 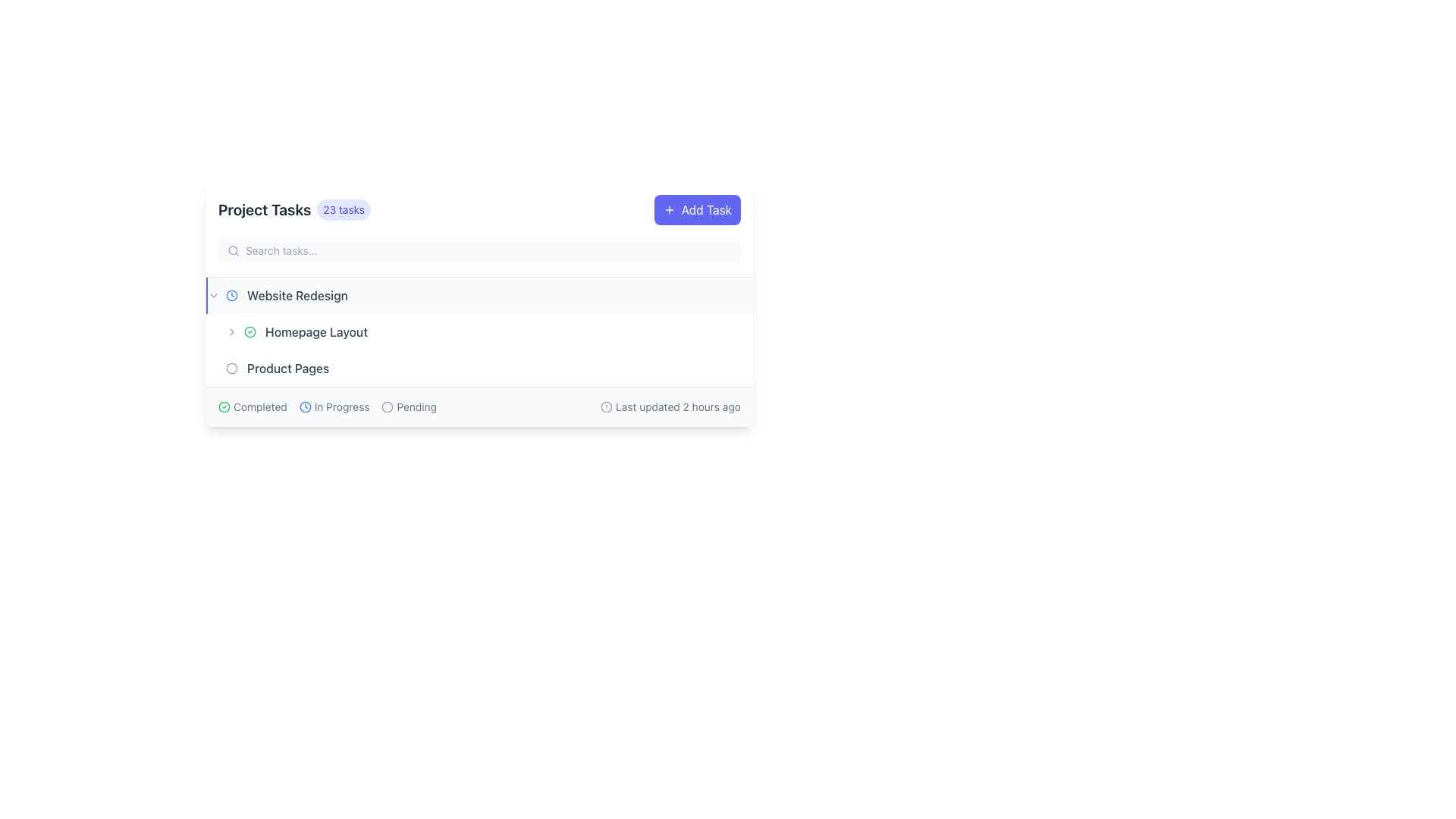 I want to click on the status indicator icon located to the left of the 'Product Pages' text in the project task list, so click(x=231, y=369).